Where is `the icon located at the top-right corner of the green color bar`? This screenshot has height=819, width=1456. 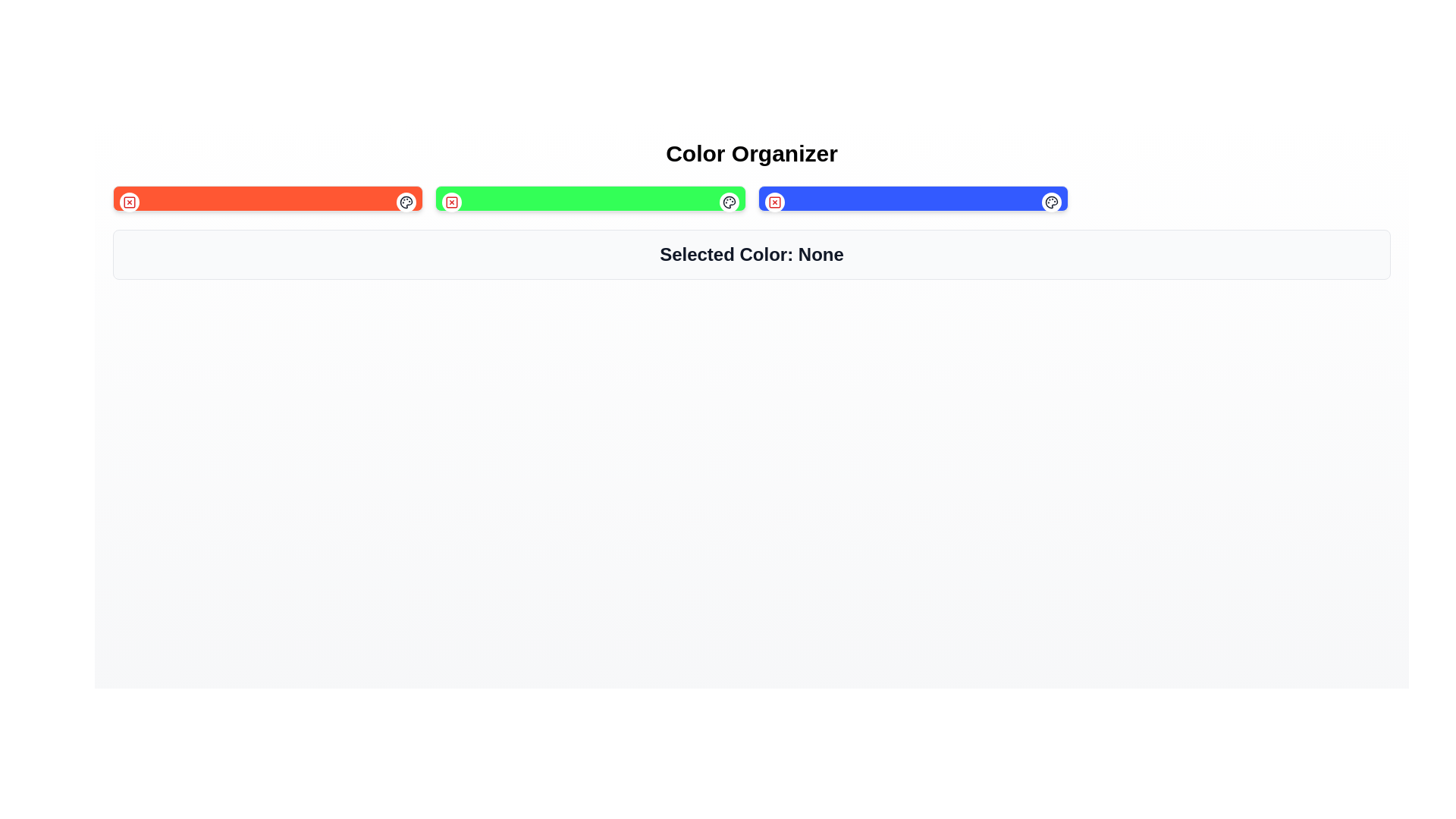 the icon located at the top-right corner of the green color bar is located at coordinates (729, 201).